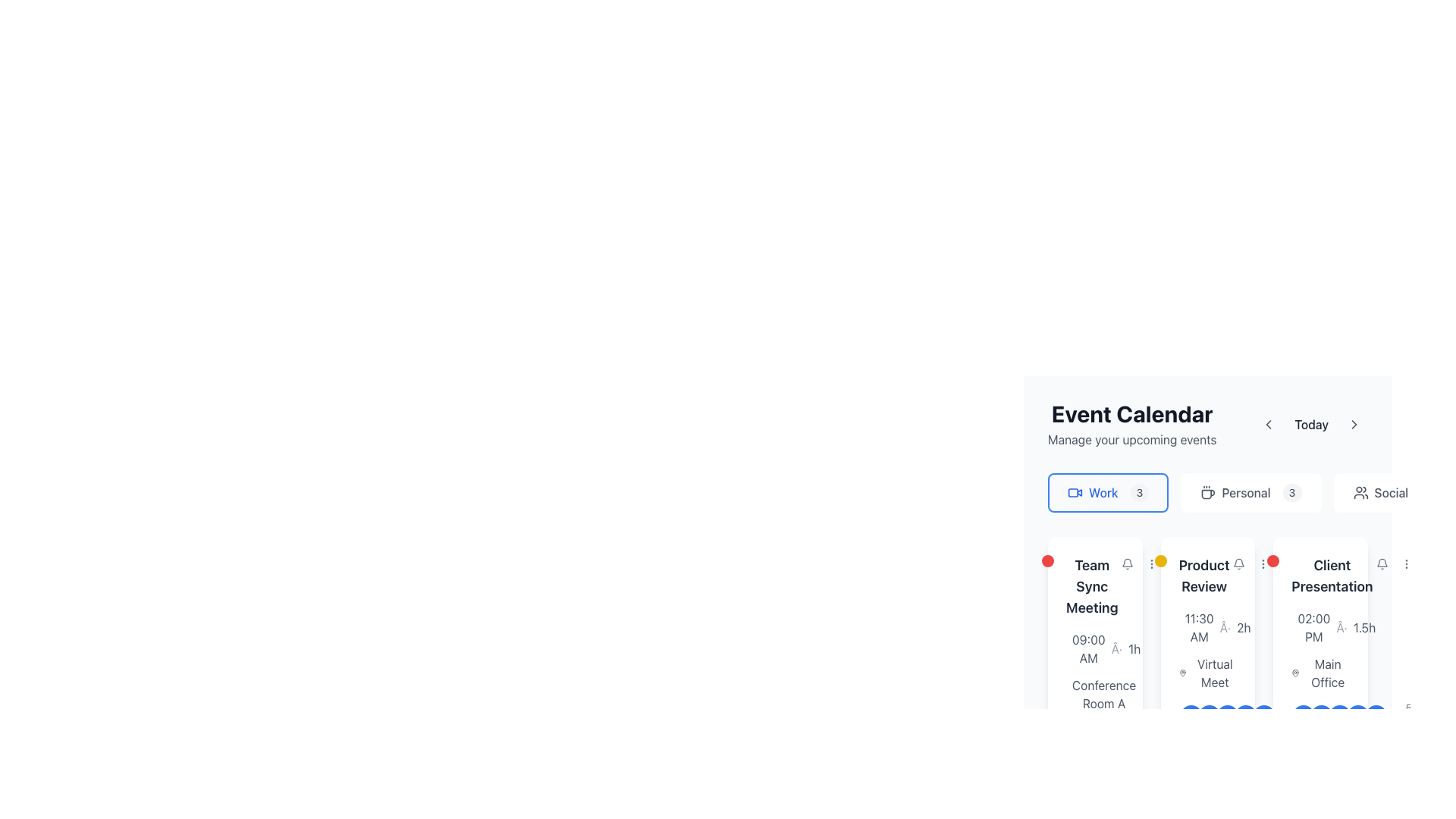 This screenshot has width=1456, height=819. Describe the element at coordinates (1354, 424) in the screenshot. I see `the right-pointing chevron icon, which is gray and located to the right of the 'Today' text in the header section` at that location.